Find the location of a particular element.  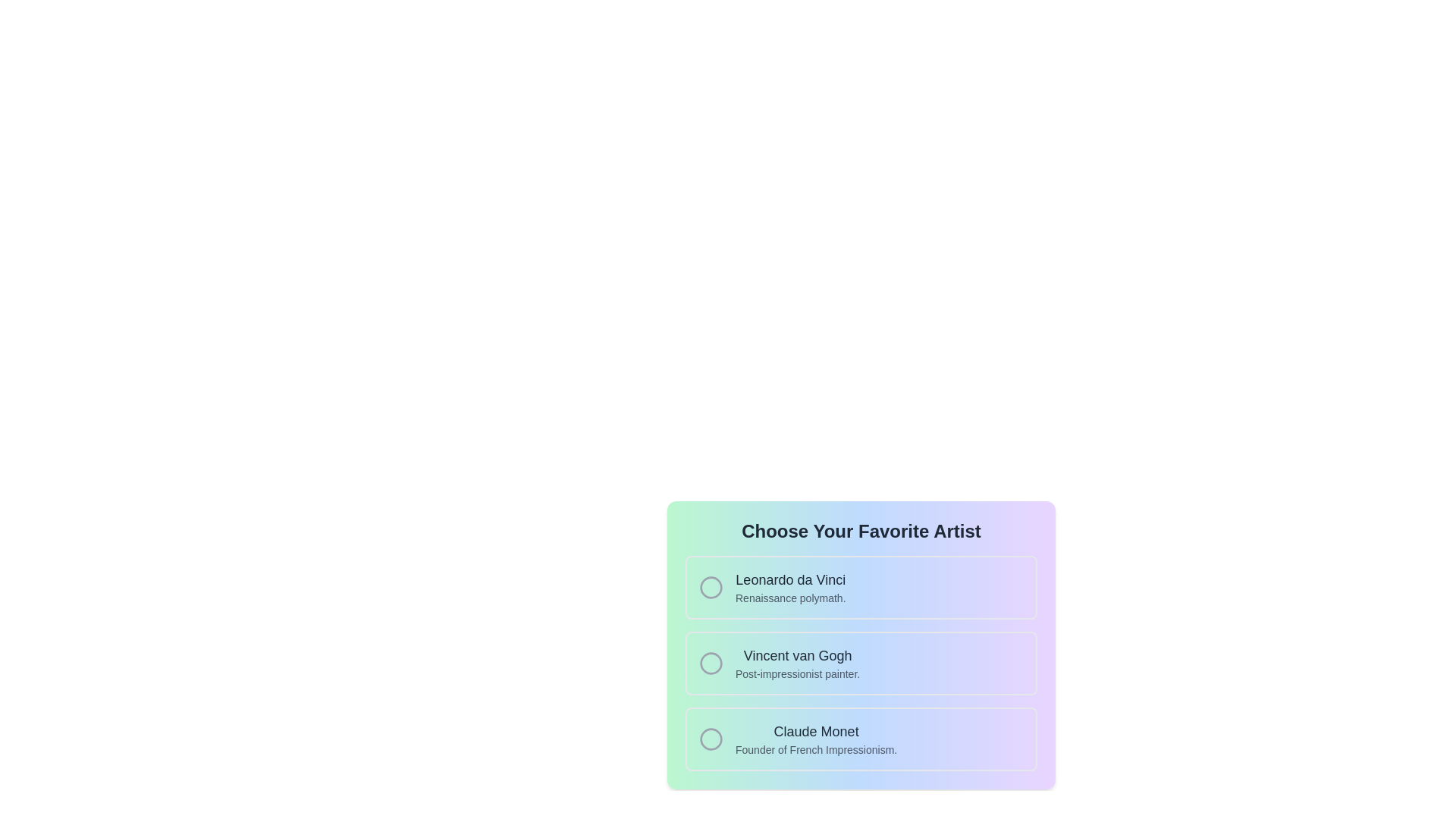

the circular radio button for 'Claude Monet' is located at coordinates (710, 739).